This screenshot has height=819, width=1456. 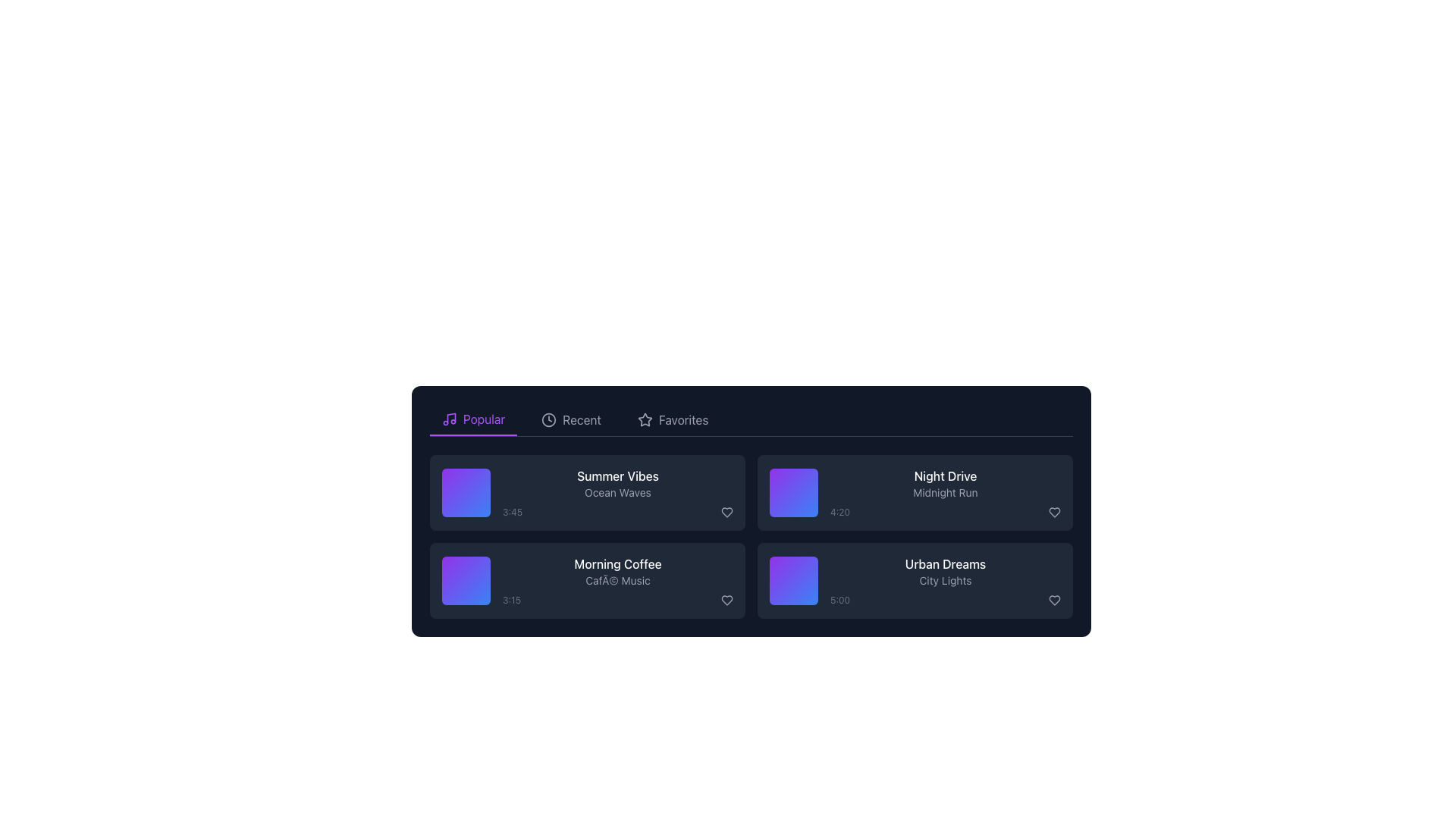 I want to click on the 'Favorites' text label located on the top navigation bar, positioned to the right of the 'Recent' item and immediately after a star-shaped icon, so click(x=682, y=420).